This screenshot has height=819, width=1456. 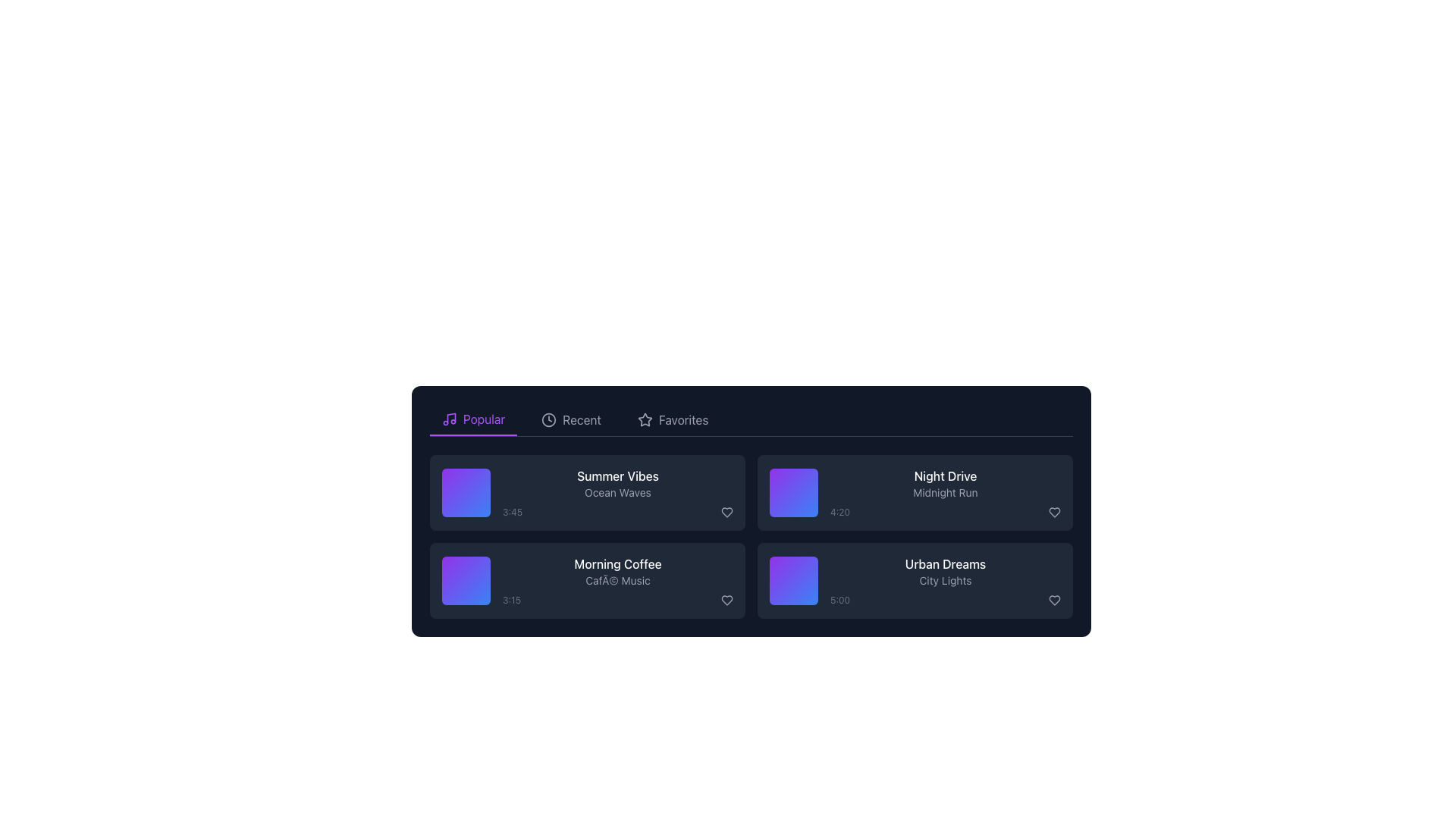 I want to click on the 'Favorites' text label located on the top navigation bar, positioned to the right of the 'Recent' item and immediately after a star-shaped icon, so click(x=682, y=420).